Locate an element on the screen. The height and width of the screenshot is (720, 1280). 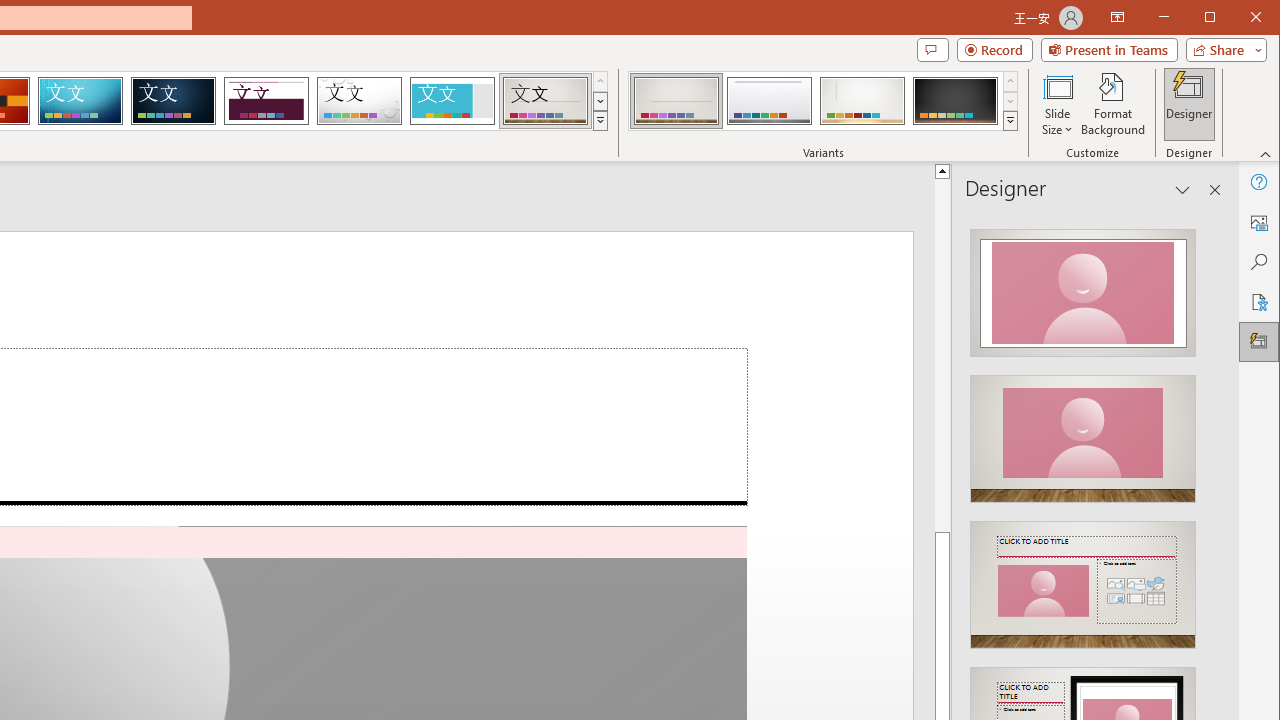
'Gallery Variant 4' is located at coordinates (954, 100).